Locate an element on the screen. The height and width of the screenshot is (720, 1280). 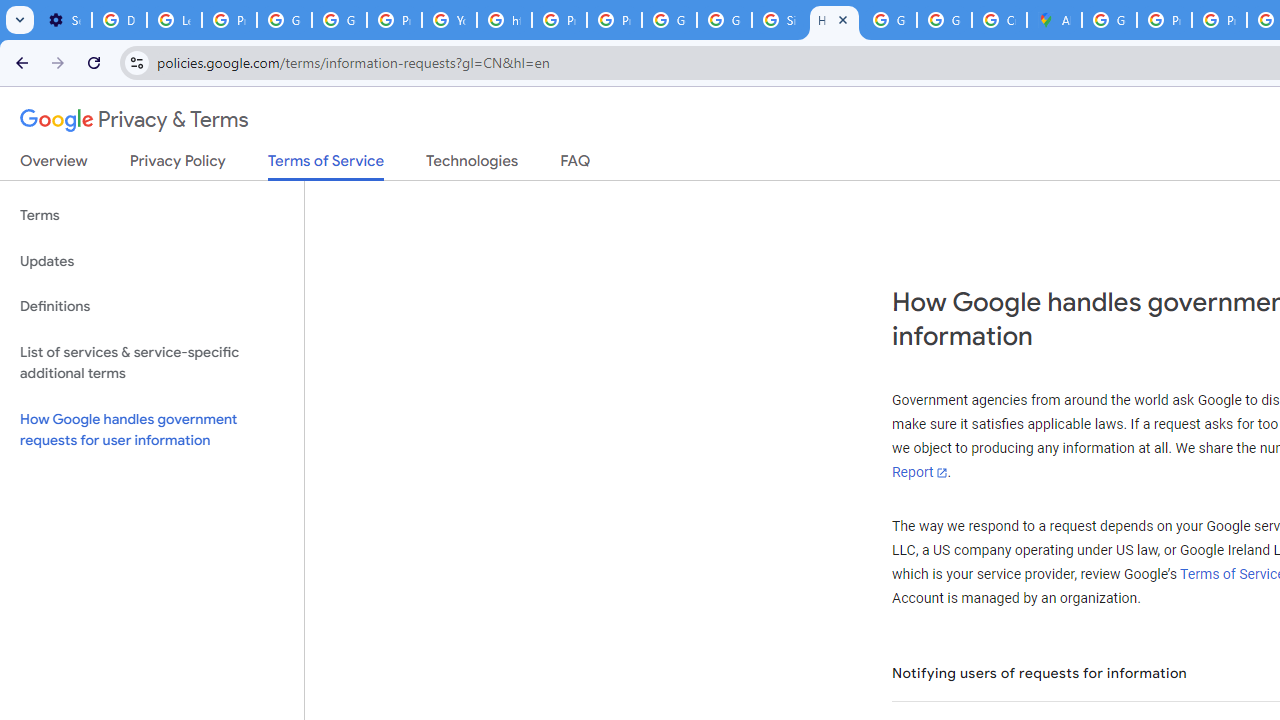
'YouTube' is located at coordinates (448, 20).